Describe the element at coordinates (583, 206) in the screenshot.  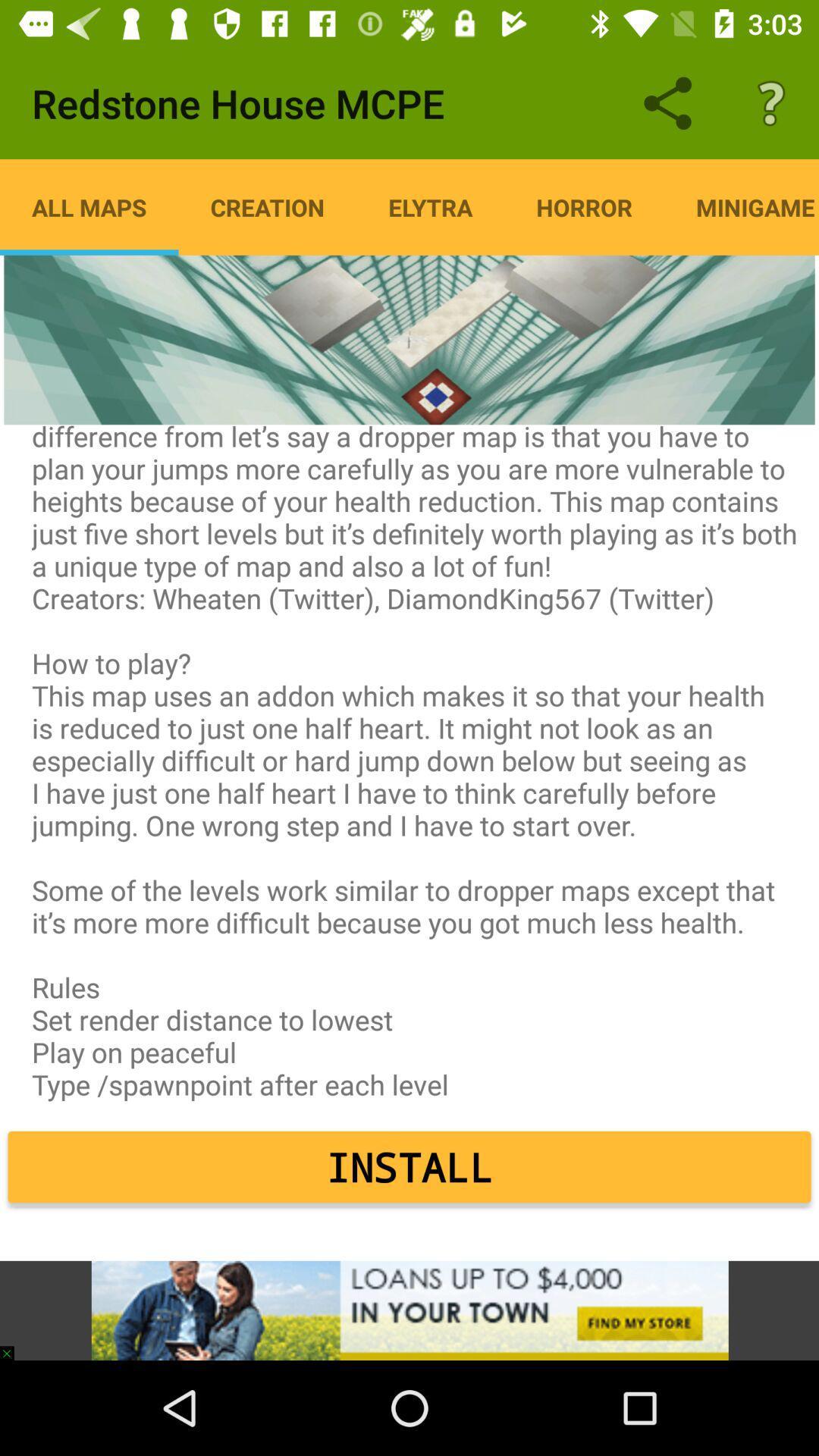
I see `the item next to minigame item` at that location.